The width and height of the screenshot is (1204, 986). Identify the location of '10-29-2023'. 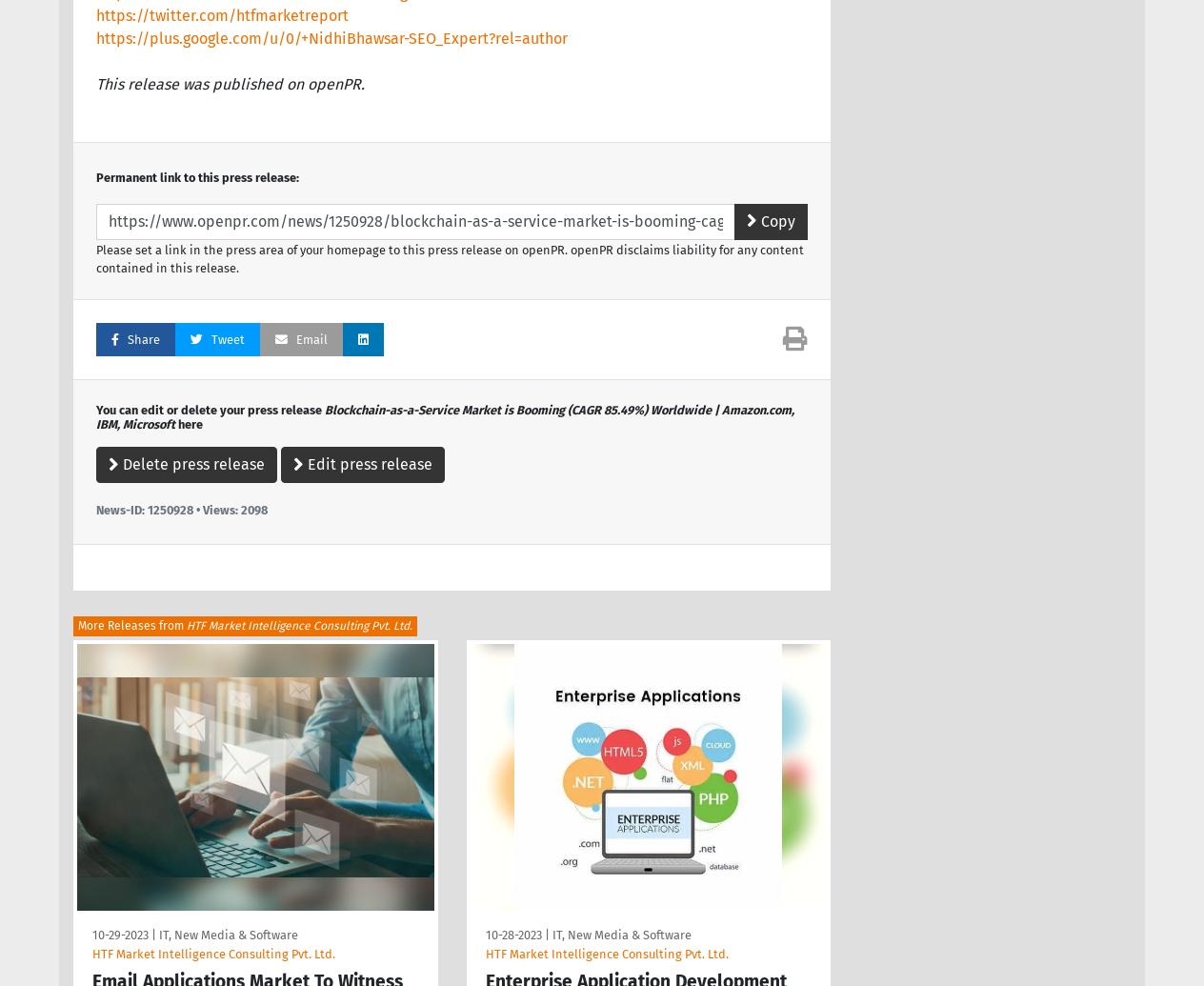
(119, 934).